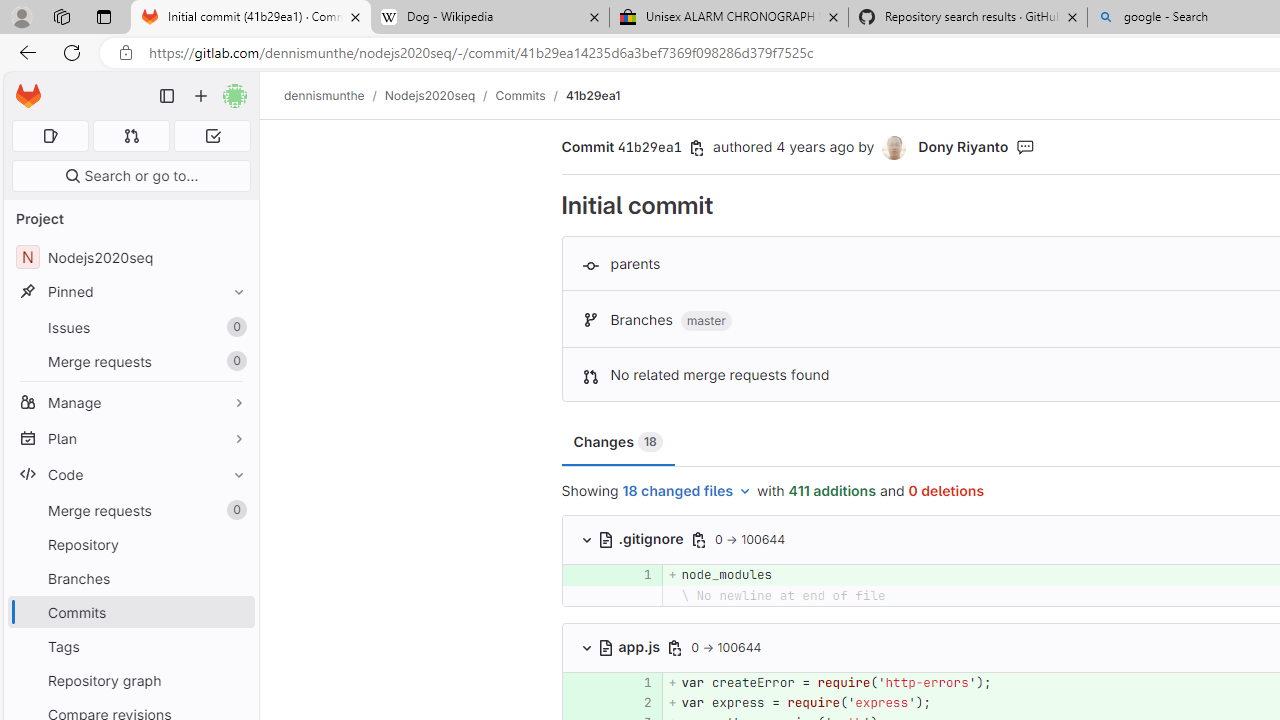 The image size is (1280, 720). What do you see at coordinates (893, 147) in the screenshot?
I see `'Dony Riyanto'` at bounding box center [893, 147].